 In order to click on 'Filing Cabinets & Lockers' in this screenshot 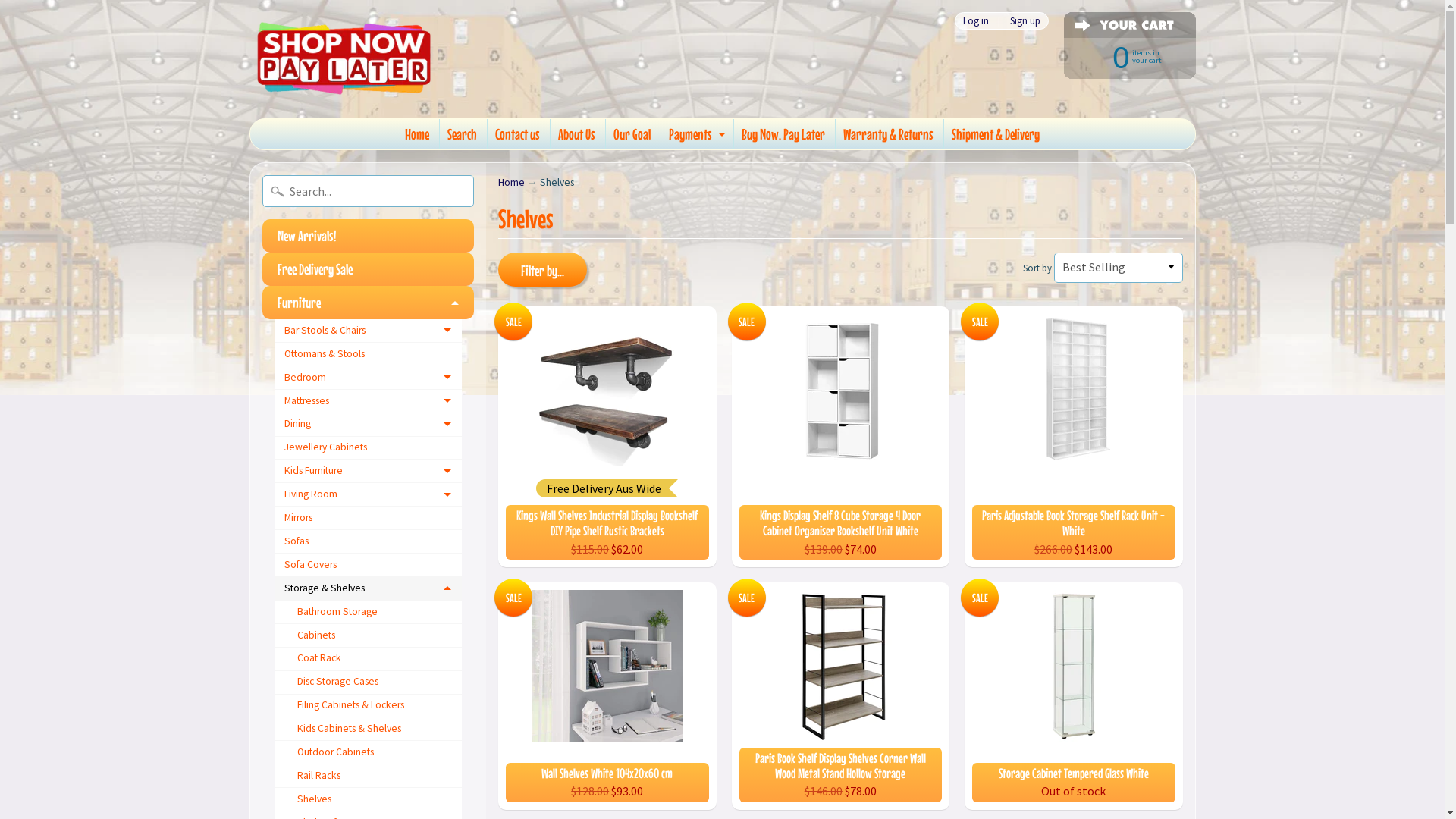, I will do `click(368, 706)`.